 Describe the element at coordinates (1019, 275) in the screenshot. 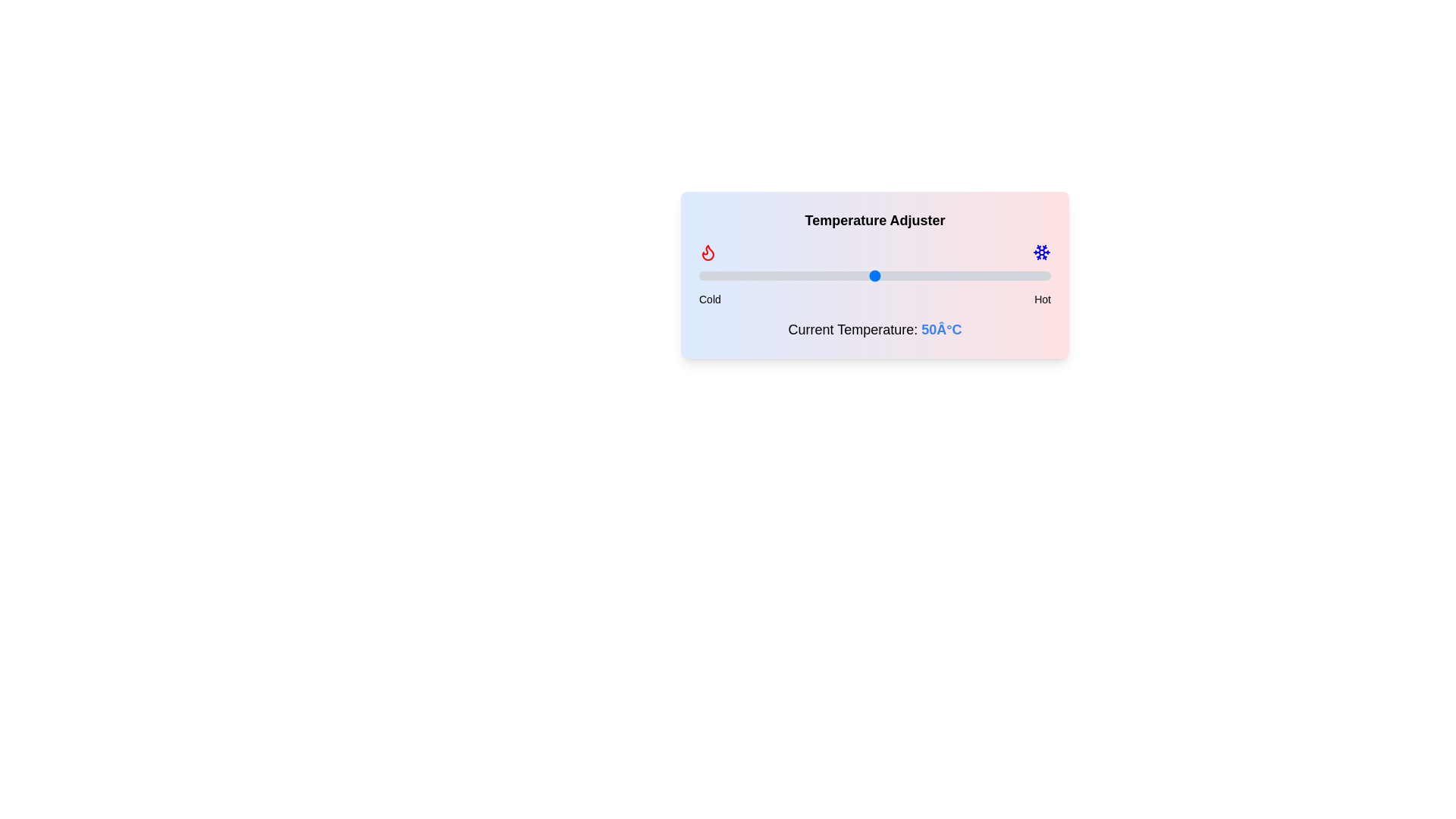

I see `the temperature slider to 91°C` at that location.